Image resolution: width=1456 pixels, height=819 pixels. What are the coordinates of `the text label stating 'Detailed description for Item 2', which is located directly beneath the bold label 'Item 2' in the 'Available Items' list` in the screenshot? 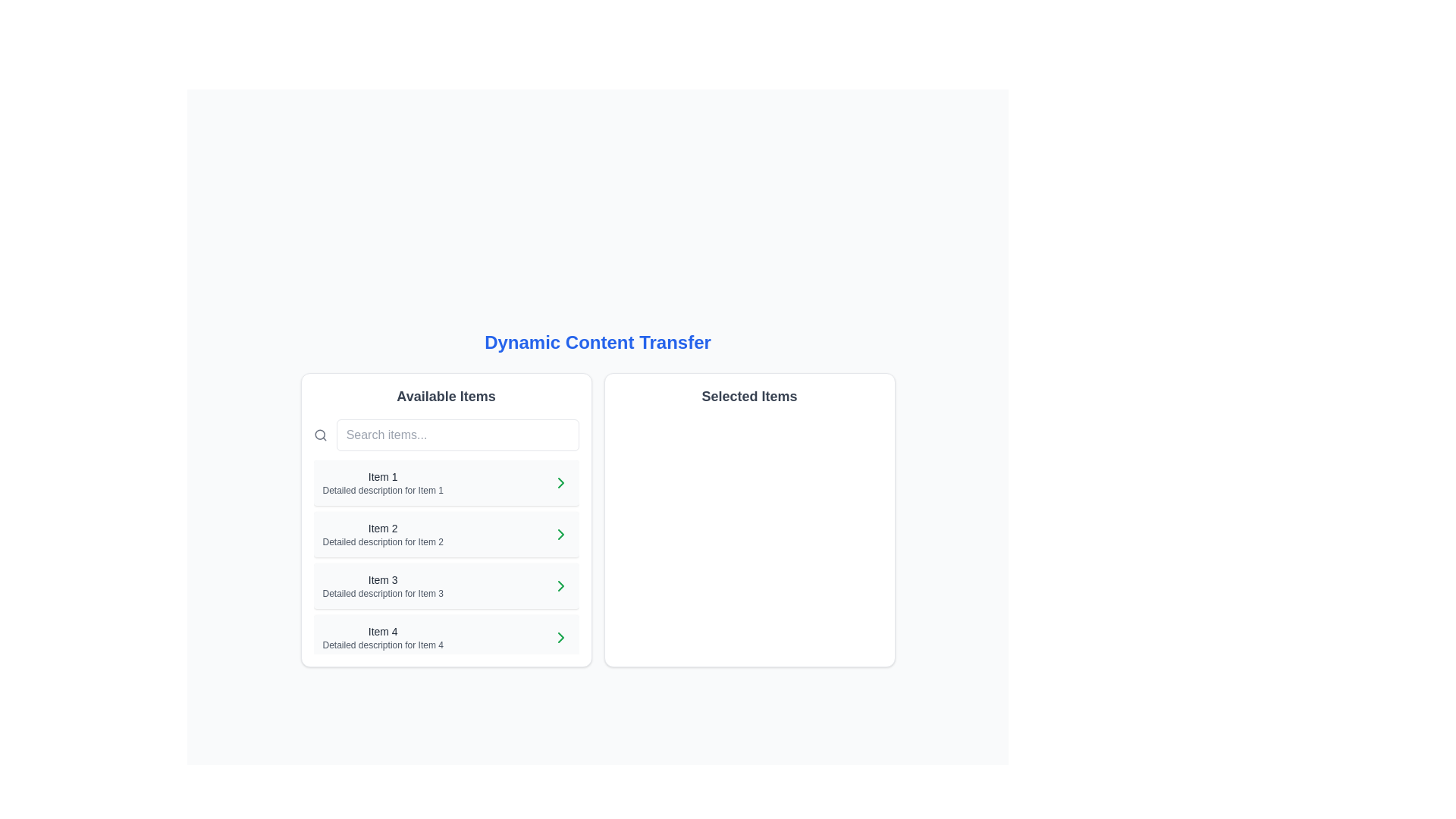 It's located at (383, 541).